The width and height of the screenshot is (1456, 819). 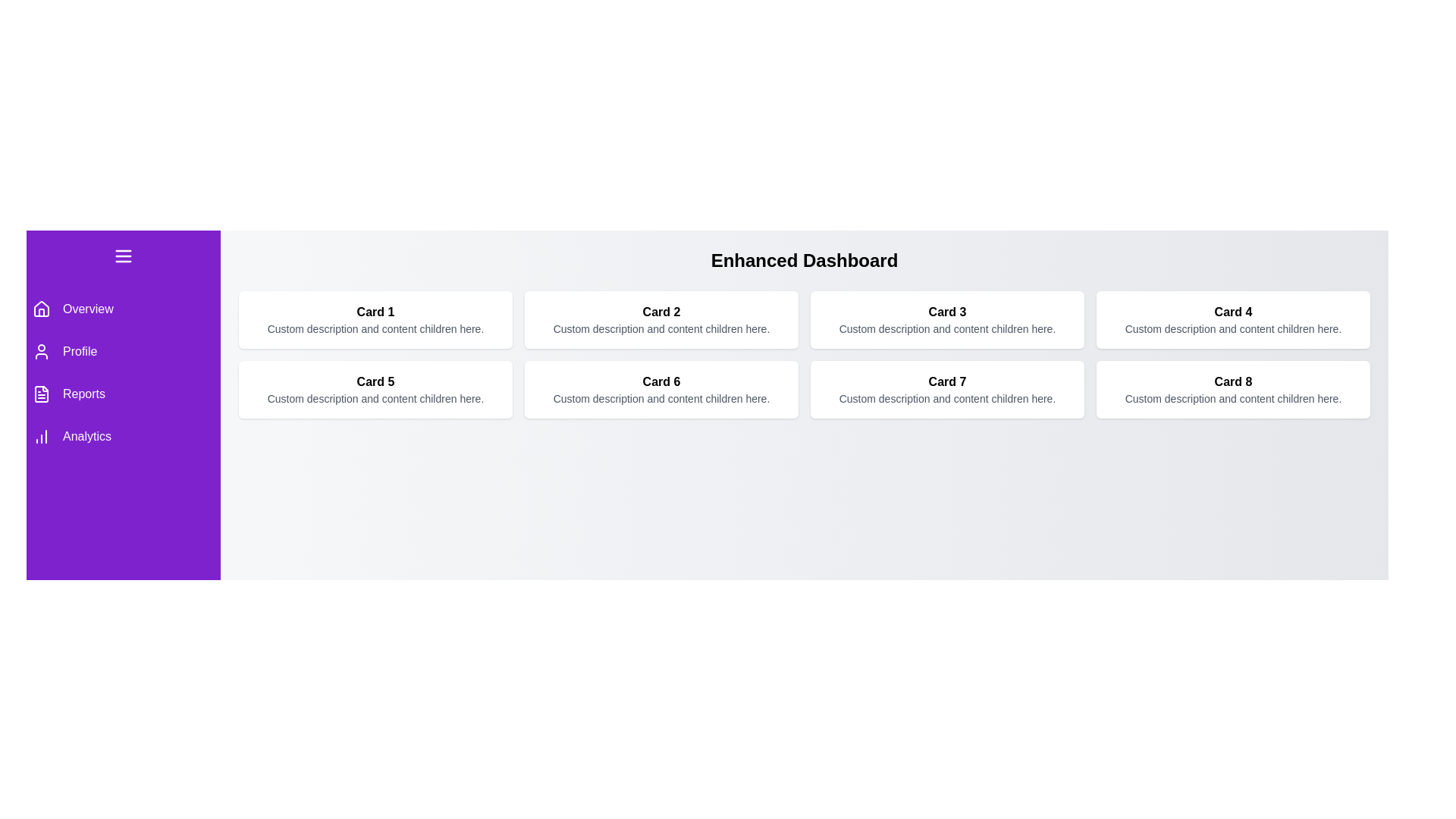 I want to click on the menu item Reports to highlight it, so click(x=124, y=394).